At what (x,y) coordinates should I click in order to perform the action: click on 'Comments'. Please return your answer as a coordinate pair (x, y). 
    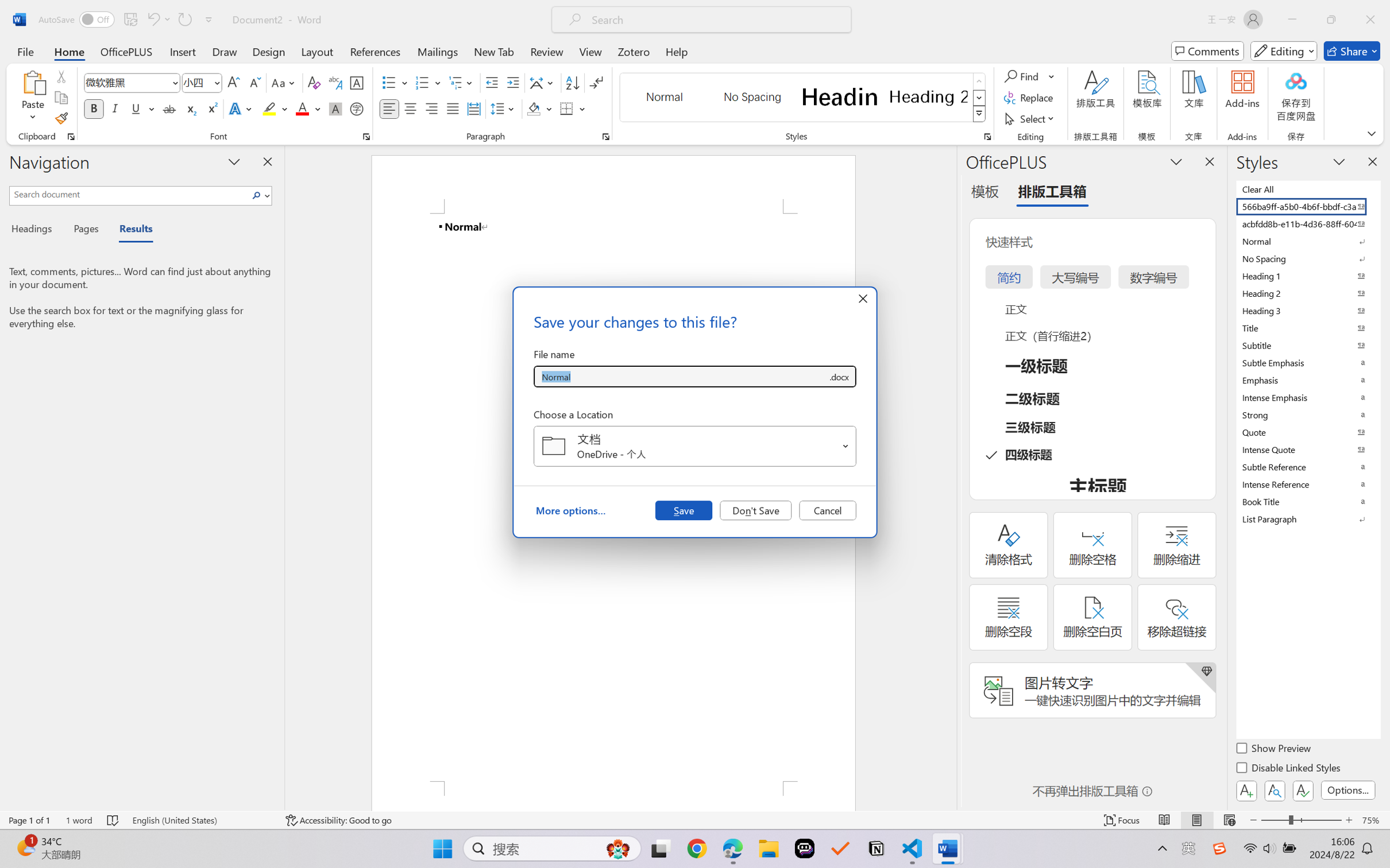
    Looking at the image, I should click on (1207, 51).